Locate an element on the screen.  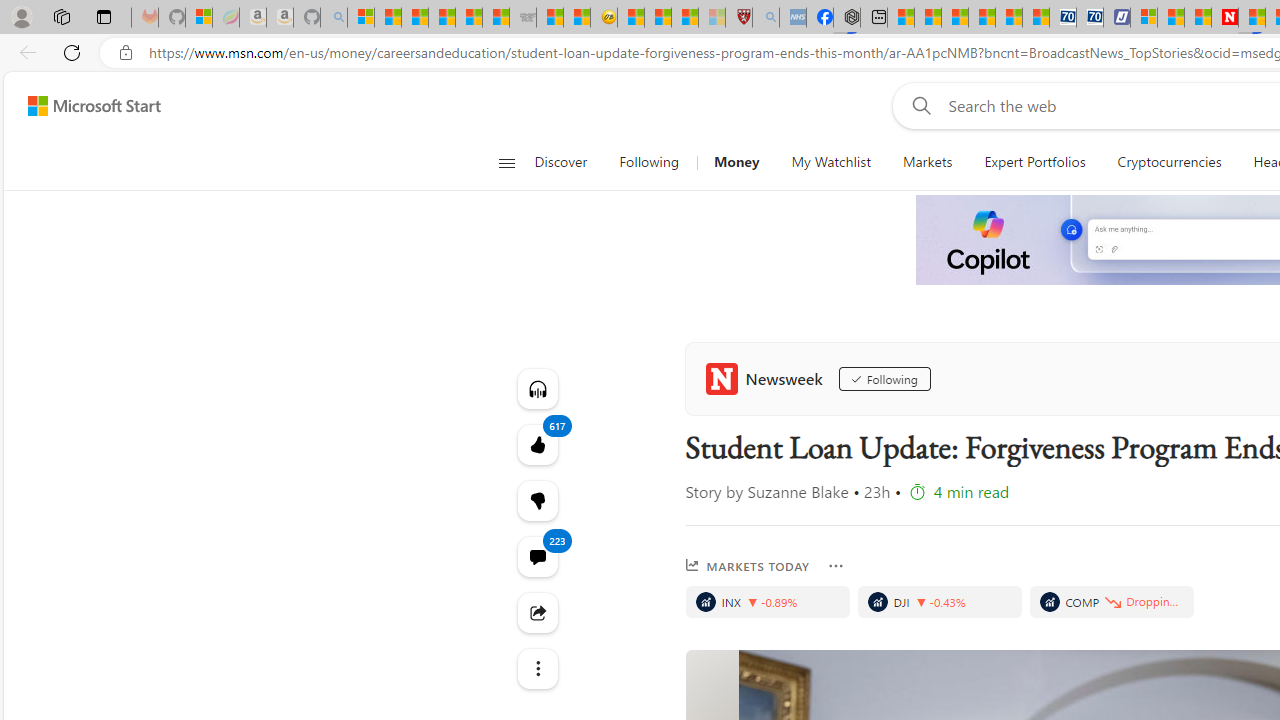
'12 Popular Science Lies that Must be Corrected - Sleeping' is located at coordinates (711, 17).